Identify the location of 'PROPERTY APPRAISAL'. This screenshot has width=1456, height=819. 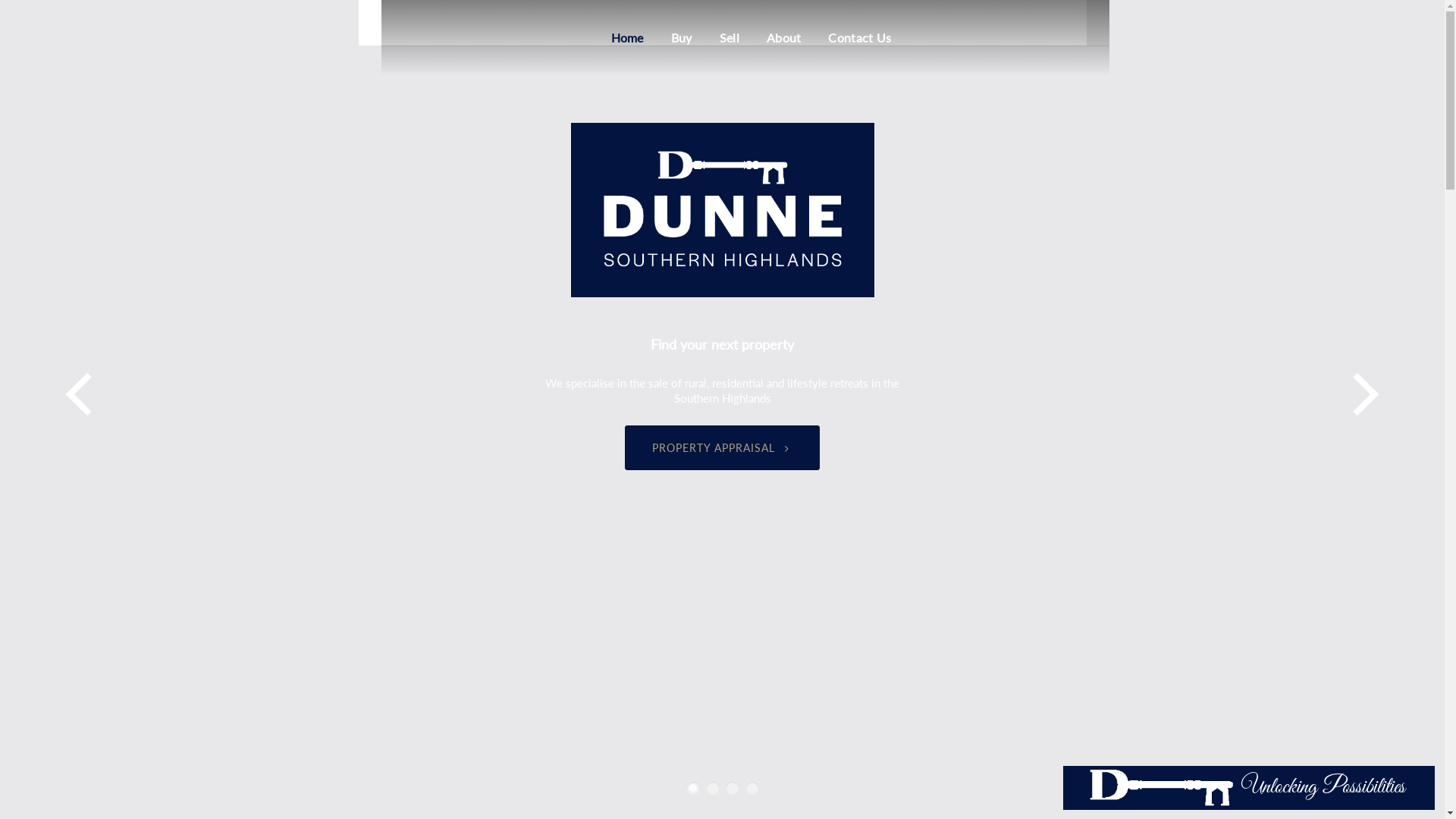
(721, 447).